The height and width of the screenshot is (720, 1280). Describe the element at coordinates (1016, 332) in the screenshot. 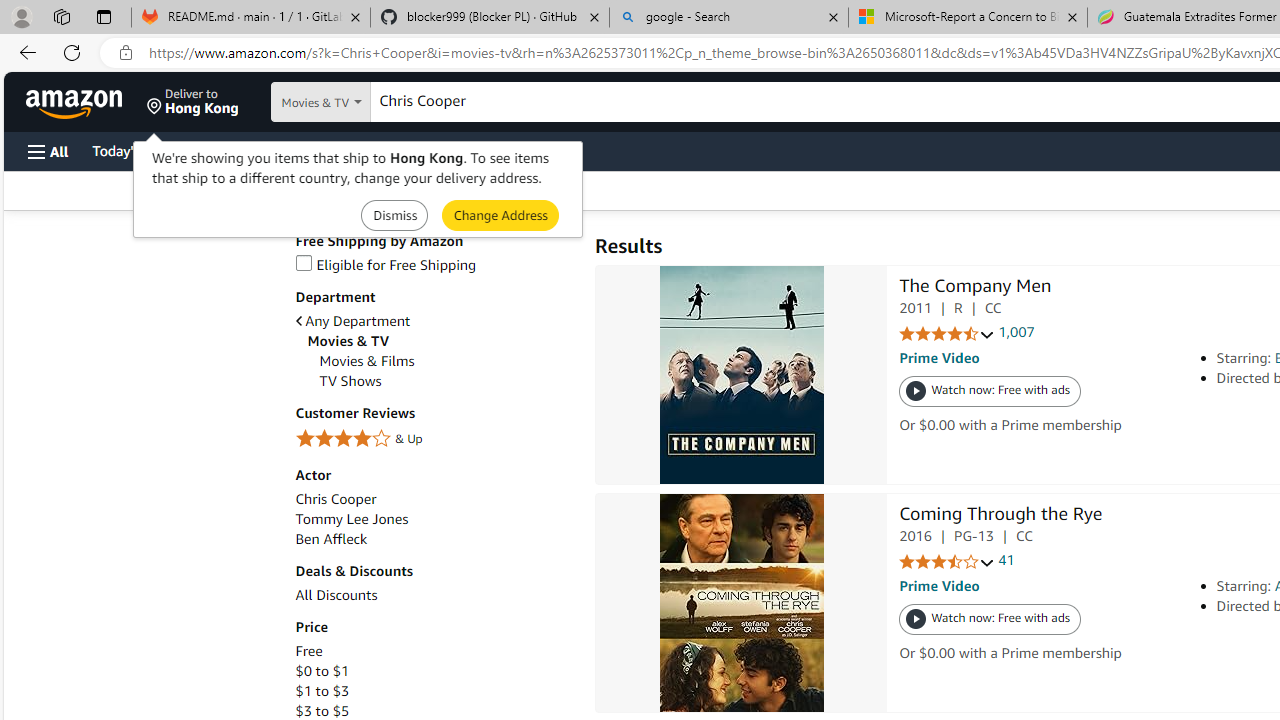

I see `'1,007'` at that location.